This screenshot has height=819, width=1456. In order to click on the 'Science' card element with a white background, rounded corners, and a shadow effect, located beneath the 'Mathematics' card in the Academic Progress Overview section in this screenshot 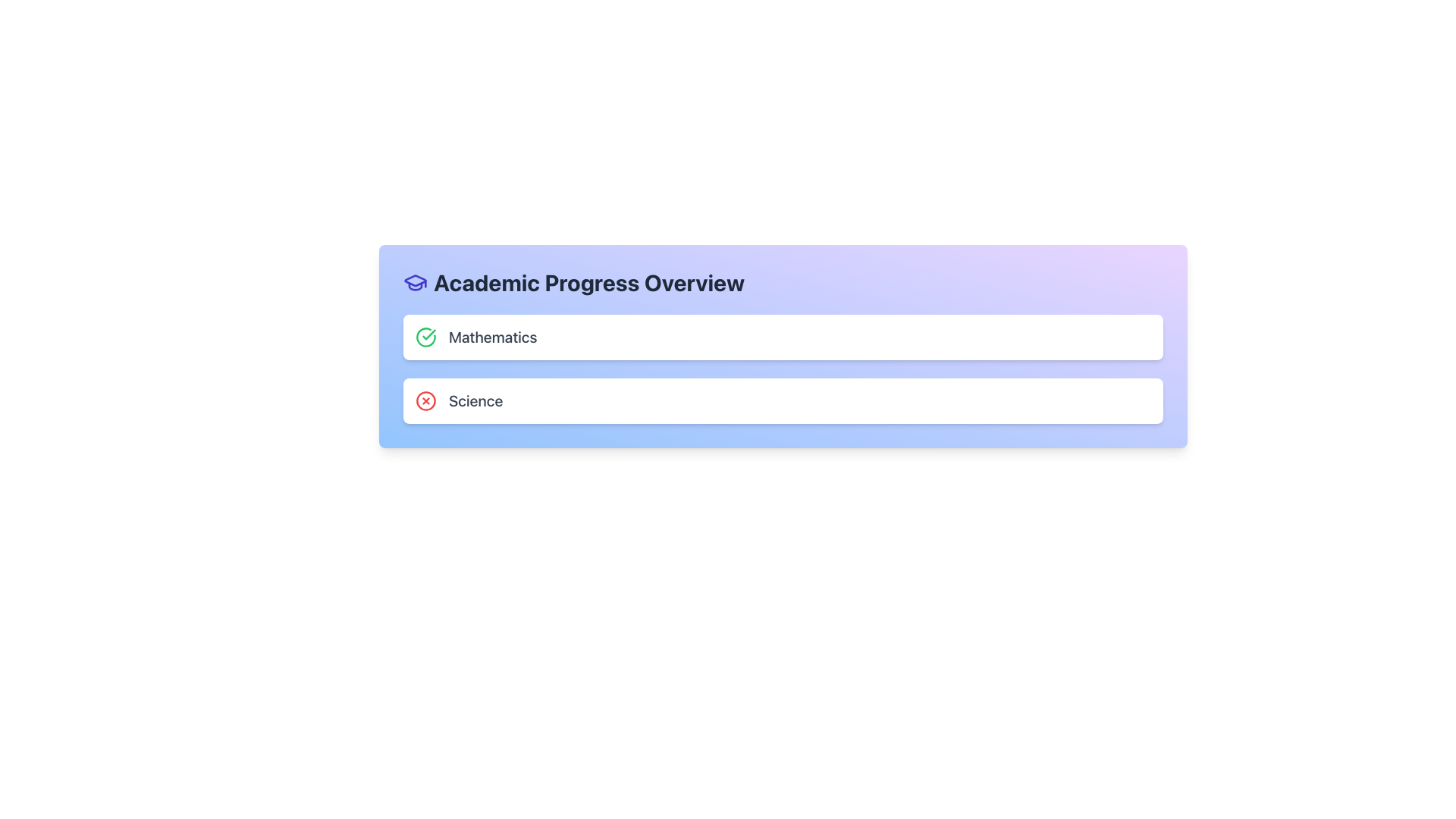, I will do `click(783, 400)`.